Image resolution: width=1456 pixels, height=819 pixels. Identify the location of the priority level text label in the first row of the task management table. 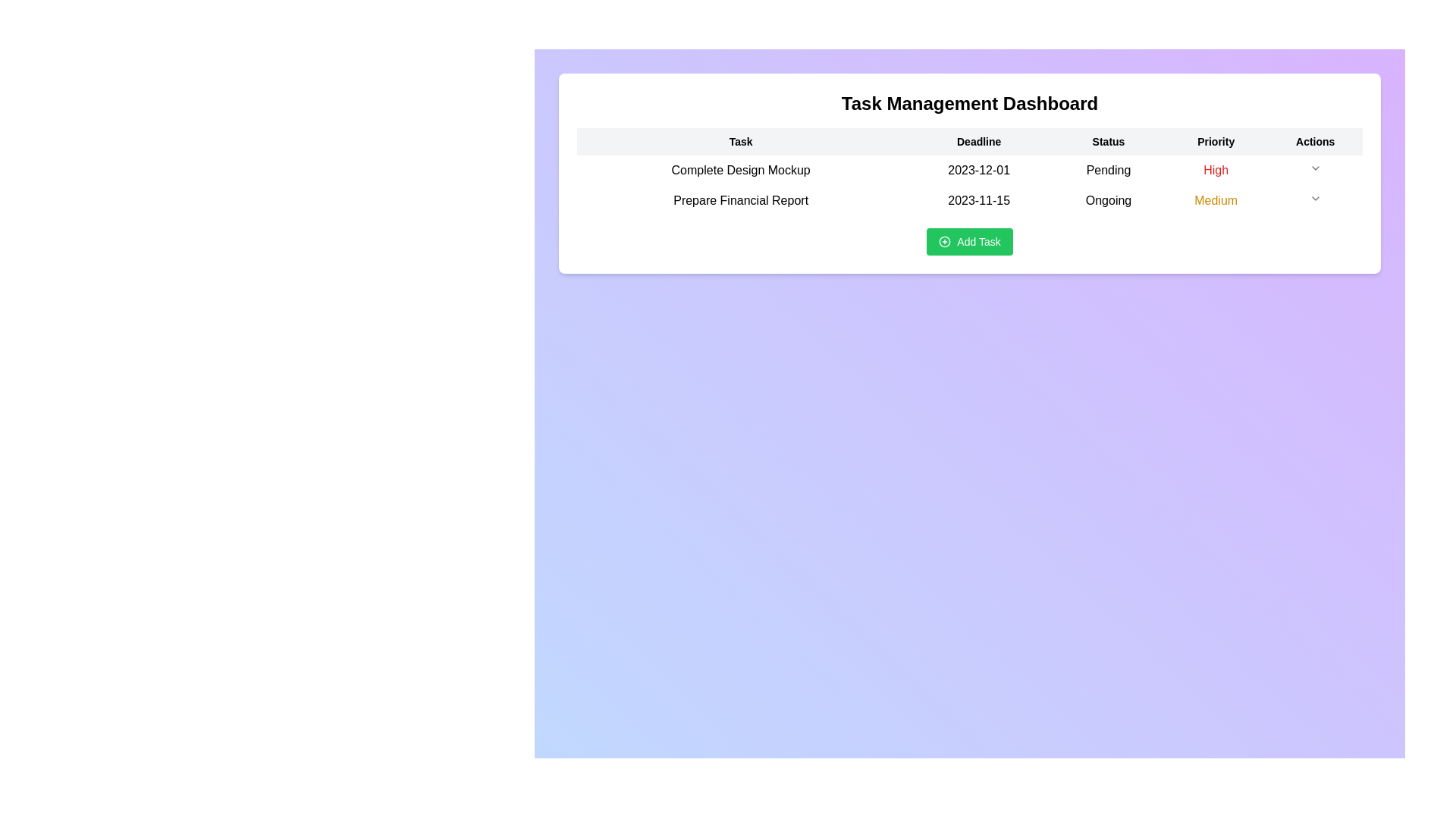
(1216, 170).